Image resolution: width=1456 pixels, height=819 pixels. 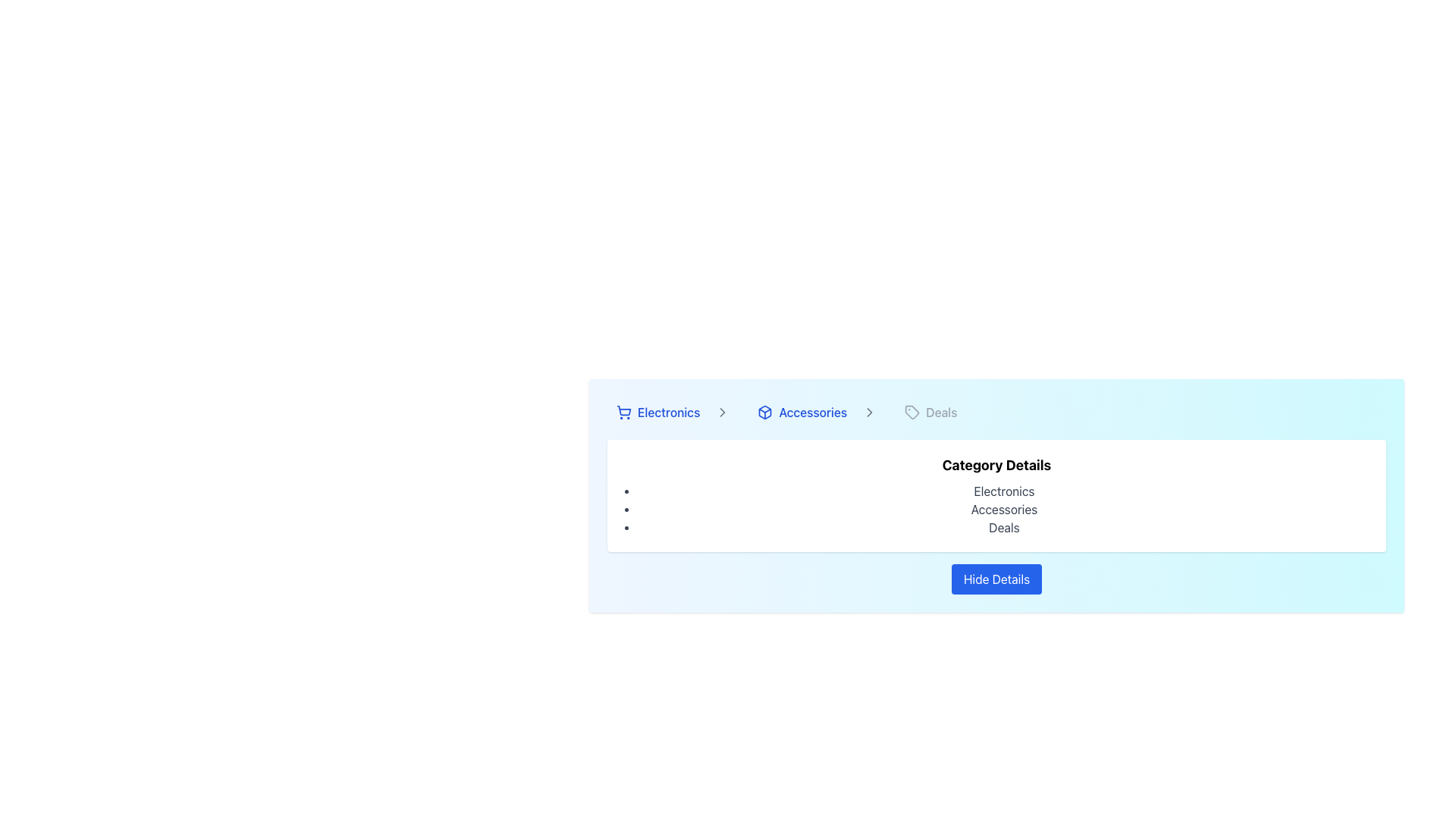 I want to click on the Breadcrumb Navigation Item labeled 'Accessories', so click(x=814, y=412).